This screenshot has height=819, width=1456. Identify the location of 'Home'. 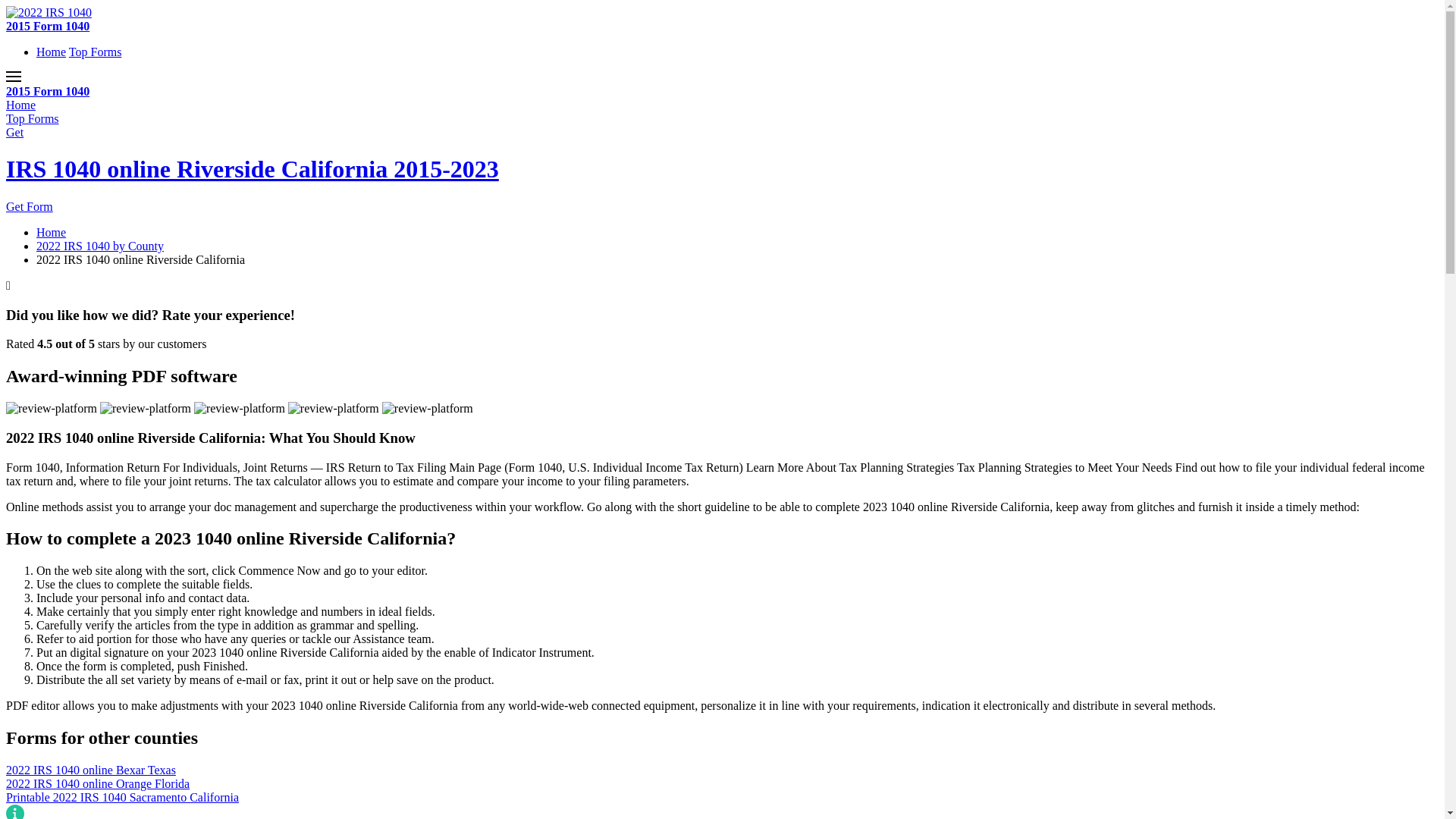
(36, 51).